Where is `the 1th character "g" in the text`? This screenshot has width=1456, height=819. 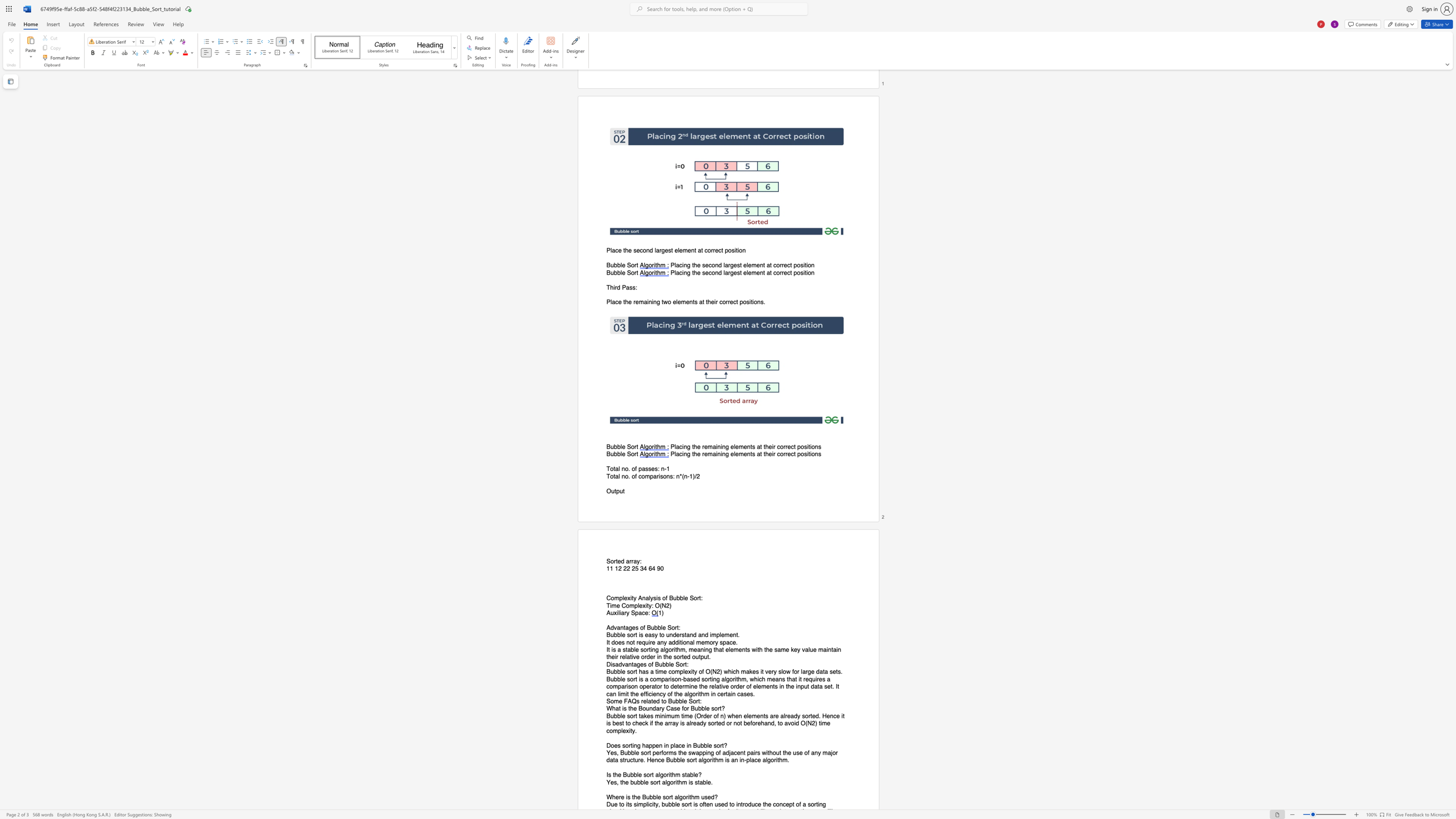 the 1th character "g" in the text is located at coordinates (688, 454).